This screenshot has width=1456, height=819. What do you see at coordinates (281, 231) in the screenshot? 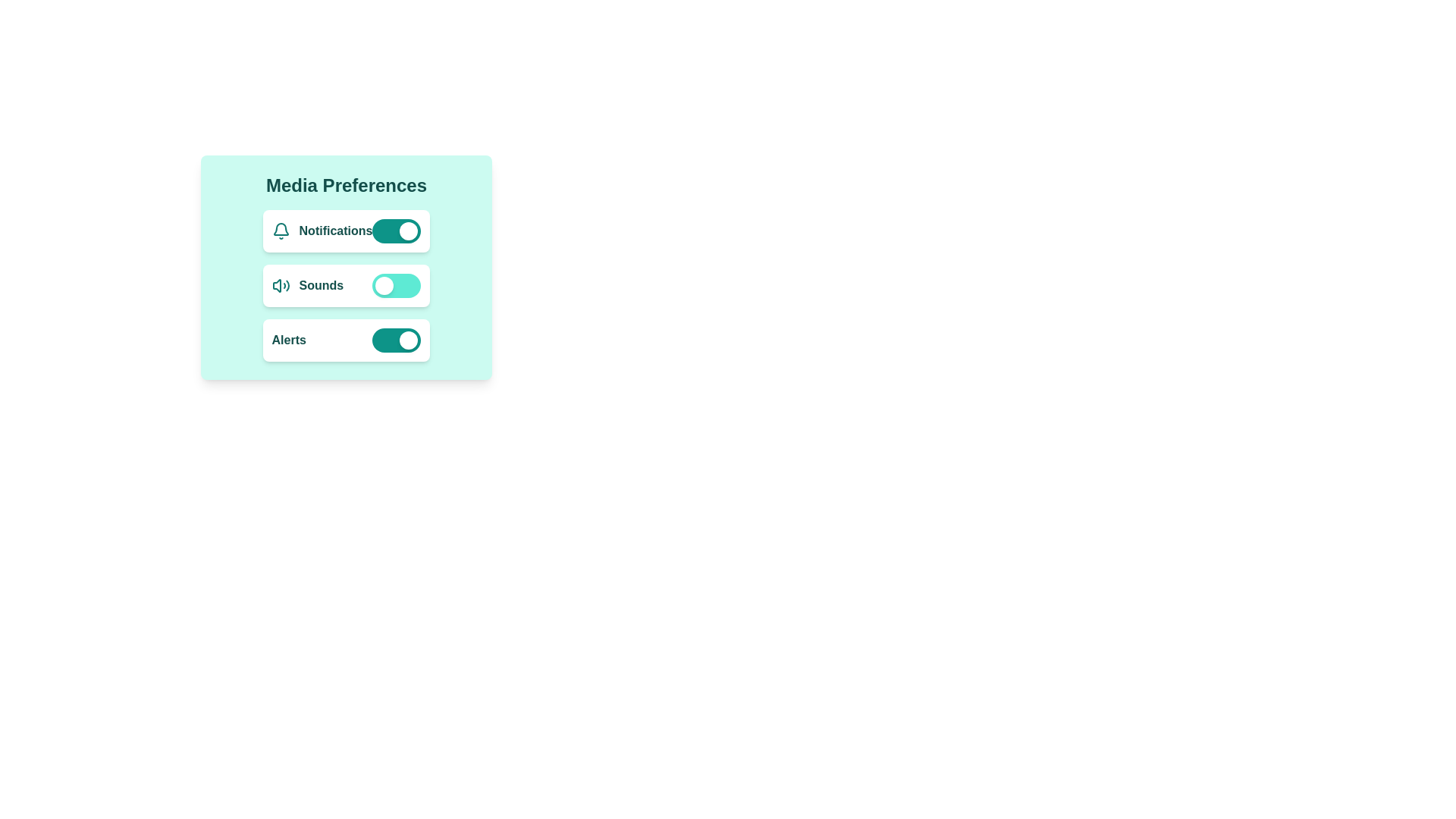
I see `the SVG icon representing notifications, which is located at the leftmost side of the horizontal group containing the bell icon and the text 'Notifications' in the 'Media Preferences' section` at bounding box center [281, 231].